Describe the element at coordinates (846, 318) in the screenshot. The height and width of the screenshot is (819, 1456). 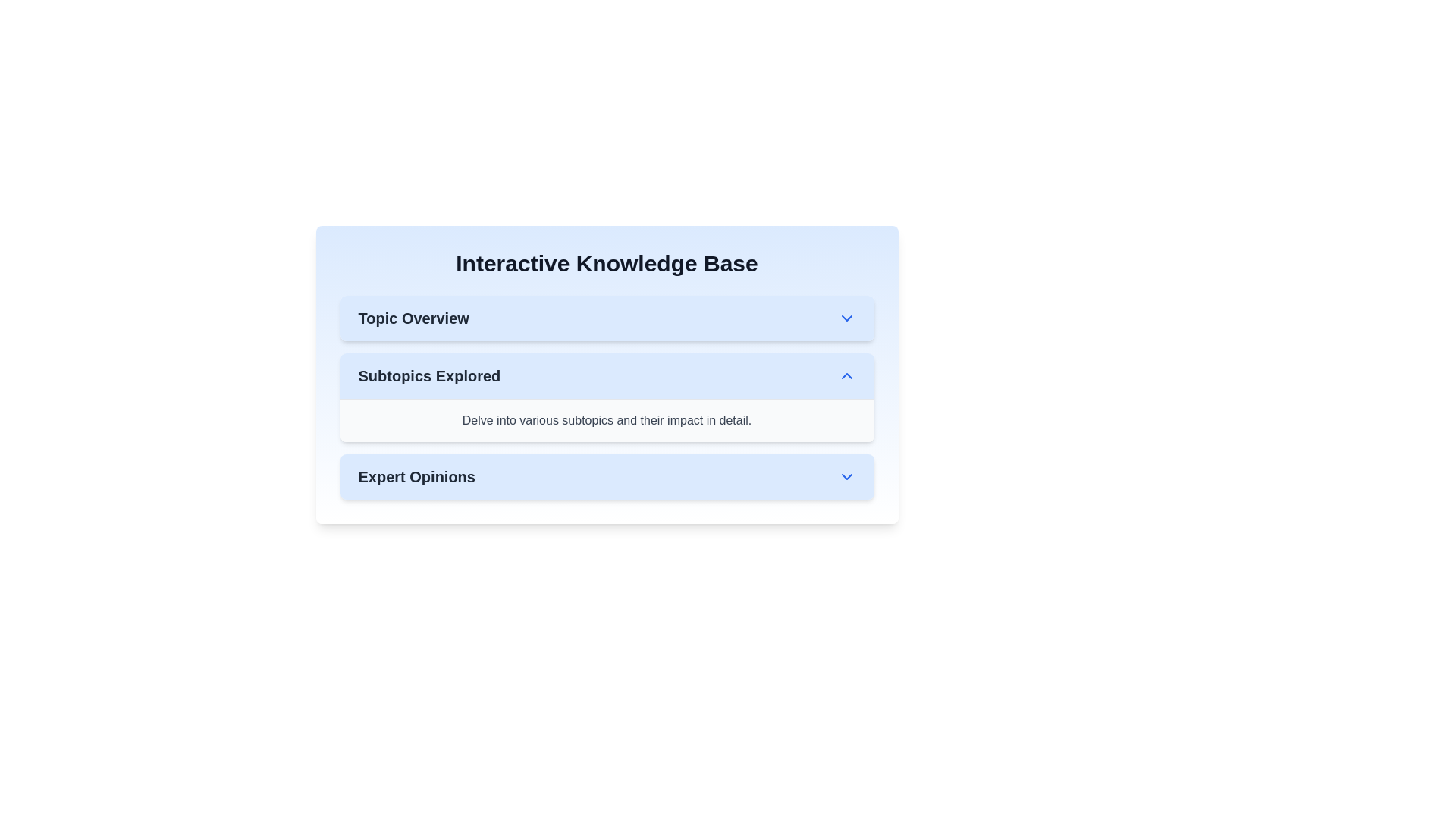
I see `the interactive icon located on the right-hand side of the 'Topic Overview' section to potentially trigger a visual change` at that location.